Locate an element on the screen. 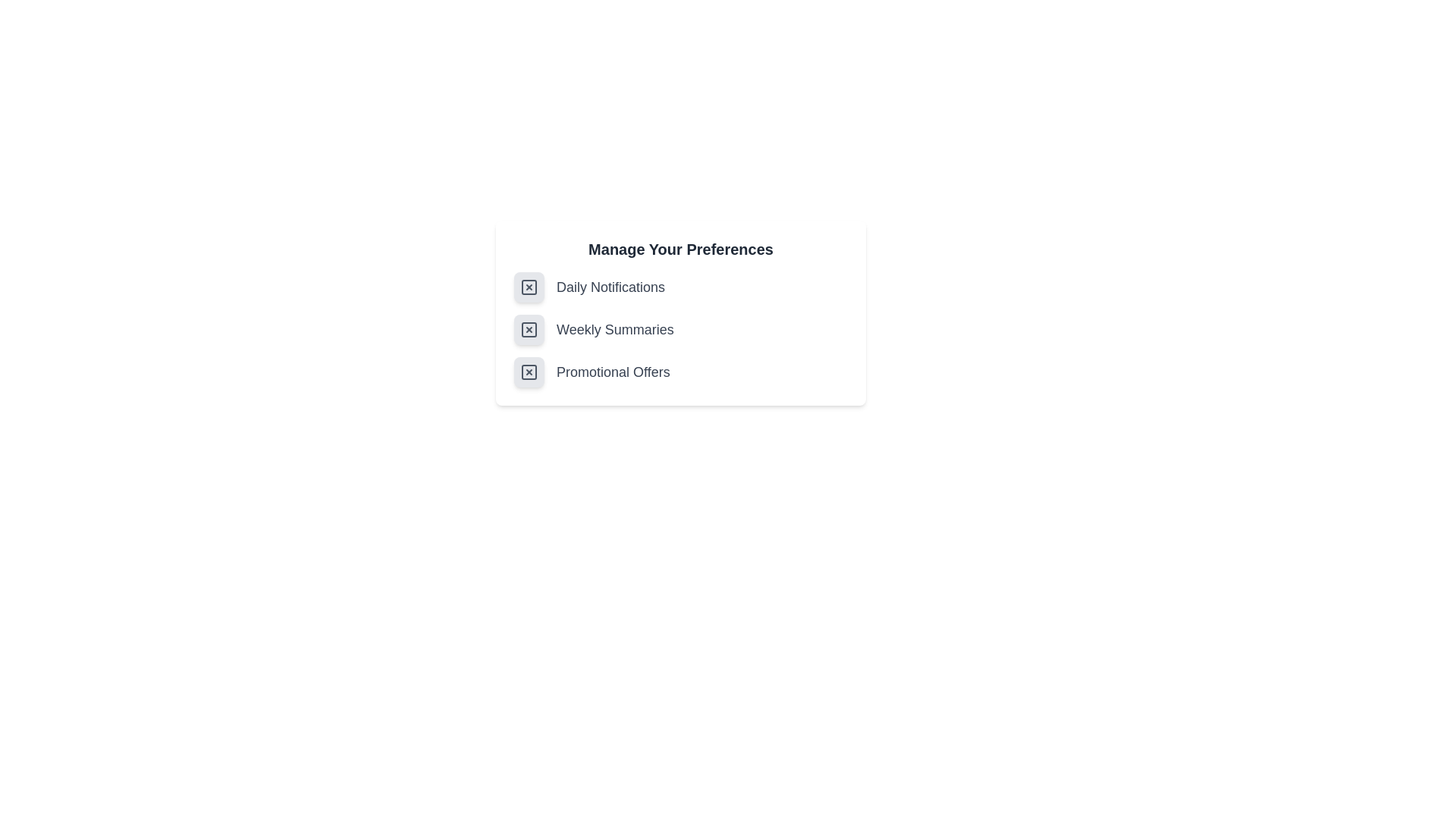 The height and width of the screenshot is (819, 1456). the button located in the topmost row of the list on the left side of the text 'Daily Notifications' is located at coordinates (529, 287).